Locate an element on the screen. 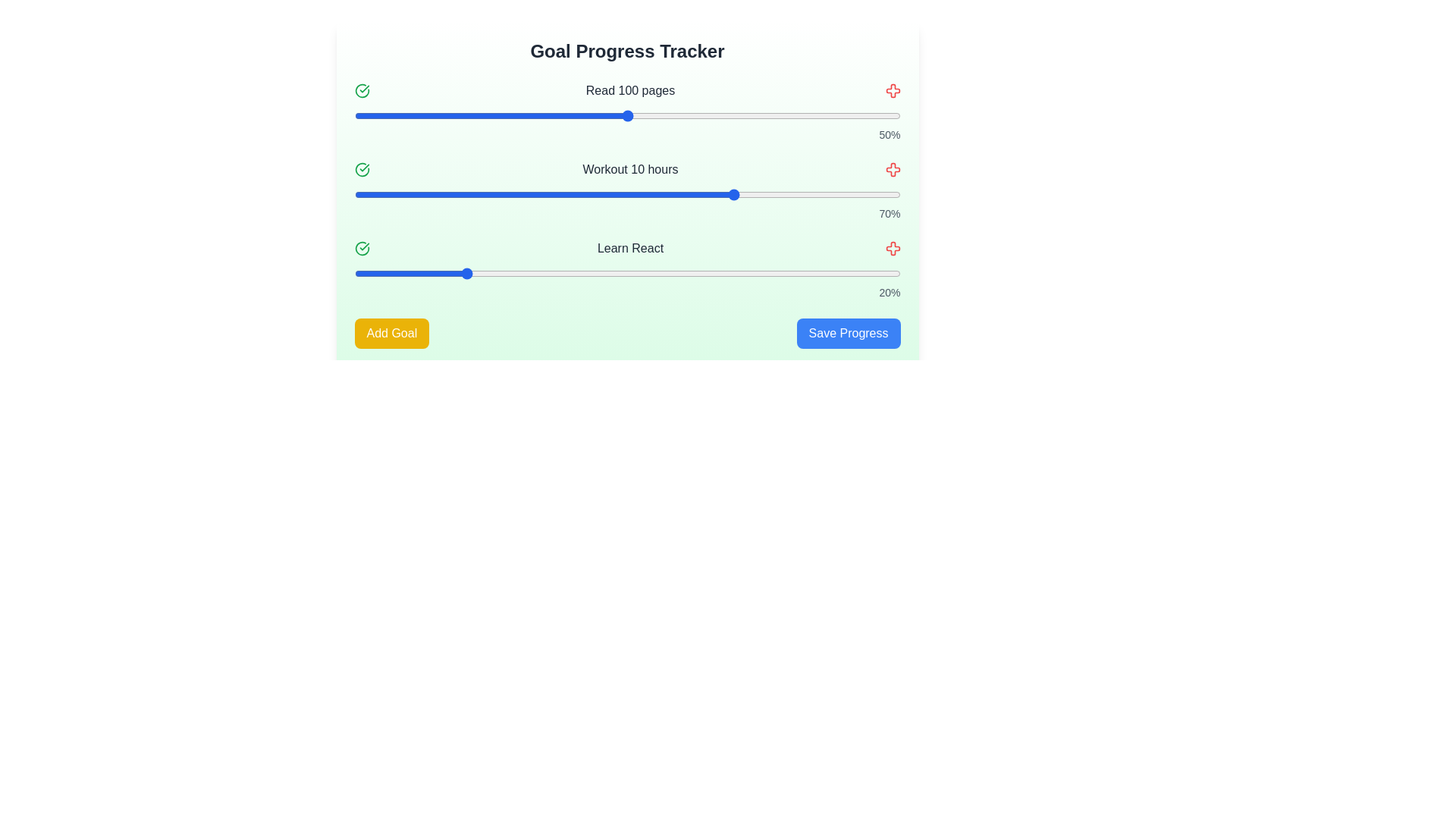 This screenshot has height=819, width=1456. the progress slider for the goal 'Read 100 pages' to 33% is located at coordinates (535, 115).